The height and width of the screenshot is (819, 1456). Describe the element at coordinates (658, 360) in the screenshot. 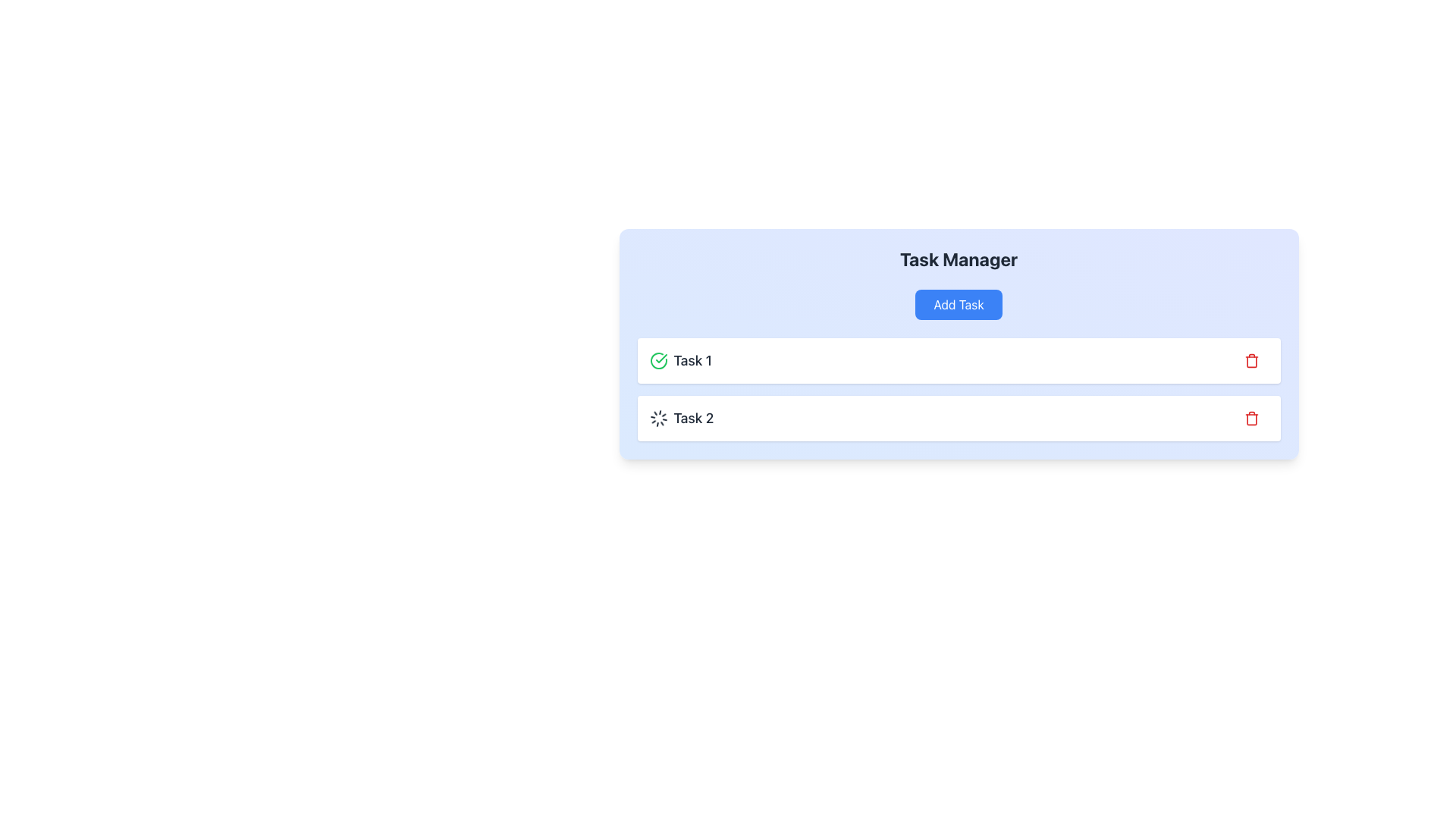

I see `the completed task icon for 'Task 1' located at the far-left side of the entry before the text` at that location.